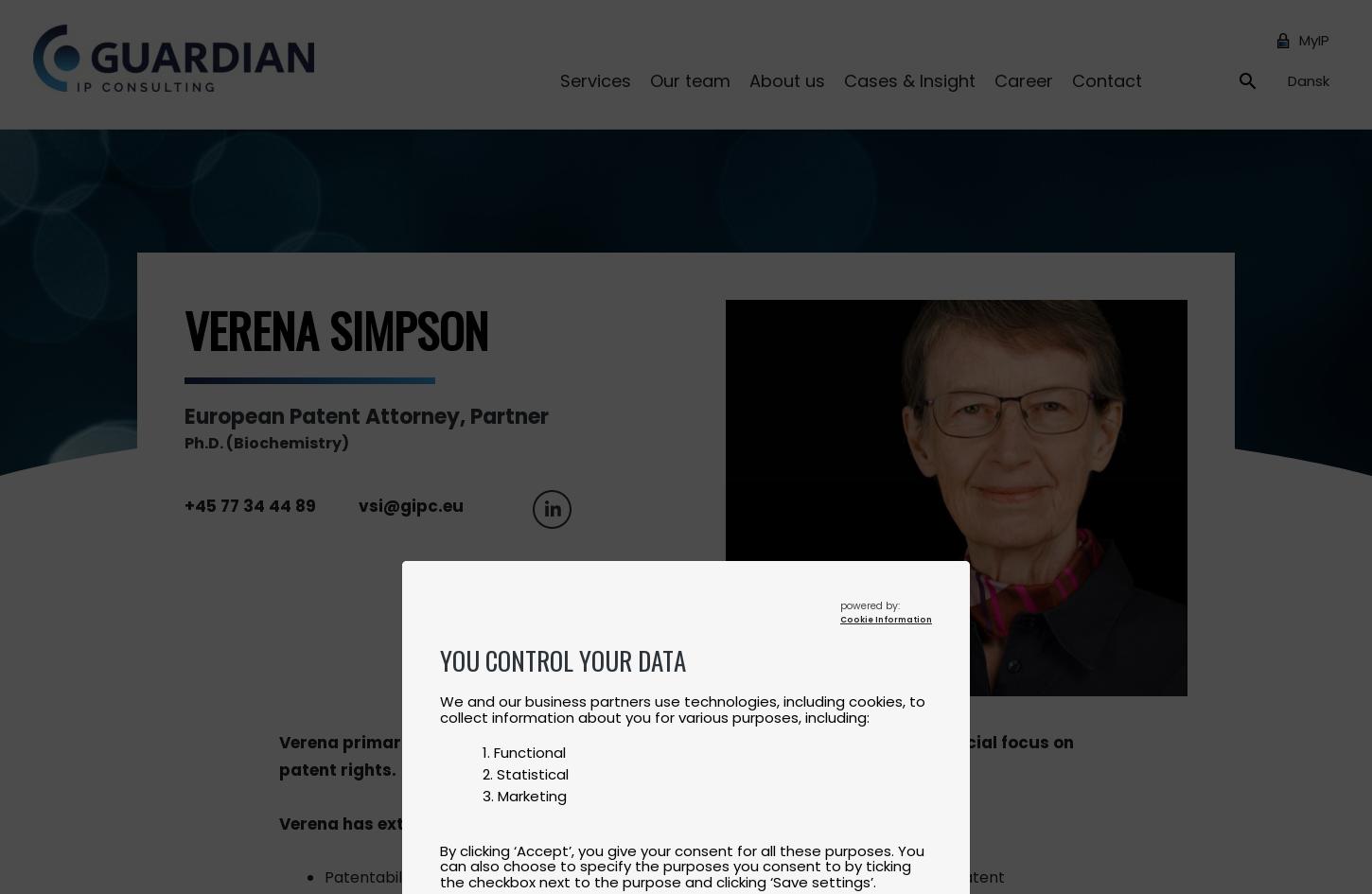 This screenshot has height=894, width=1372. What do you see at coordinates (184, 416) in the screenshot?
I see `'European Patent Attorney, Partner'` at bounding box center [184, 416].